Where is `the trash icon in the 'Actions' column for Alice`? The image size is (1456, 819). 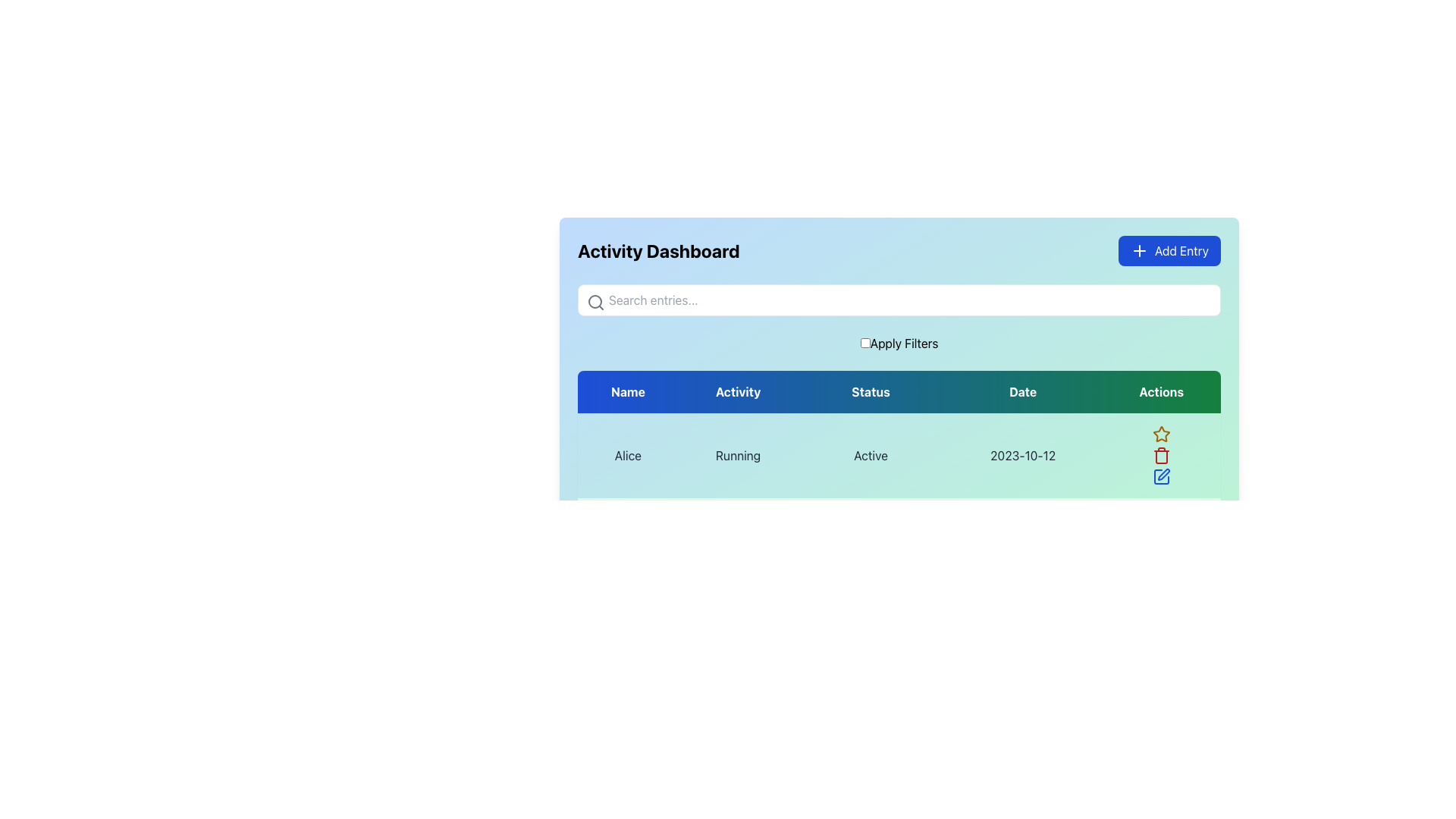 the trash icon in the 'Actions' column for Alice is located at coordinates (1160, 455).